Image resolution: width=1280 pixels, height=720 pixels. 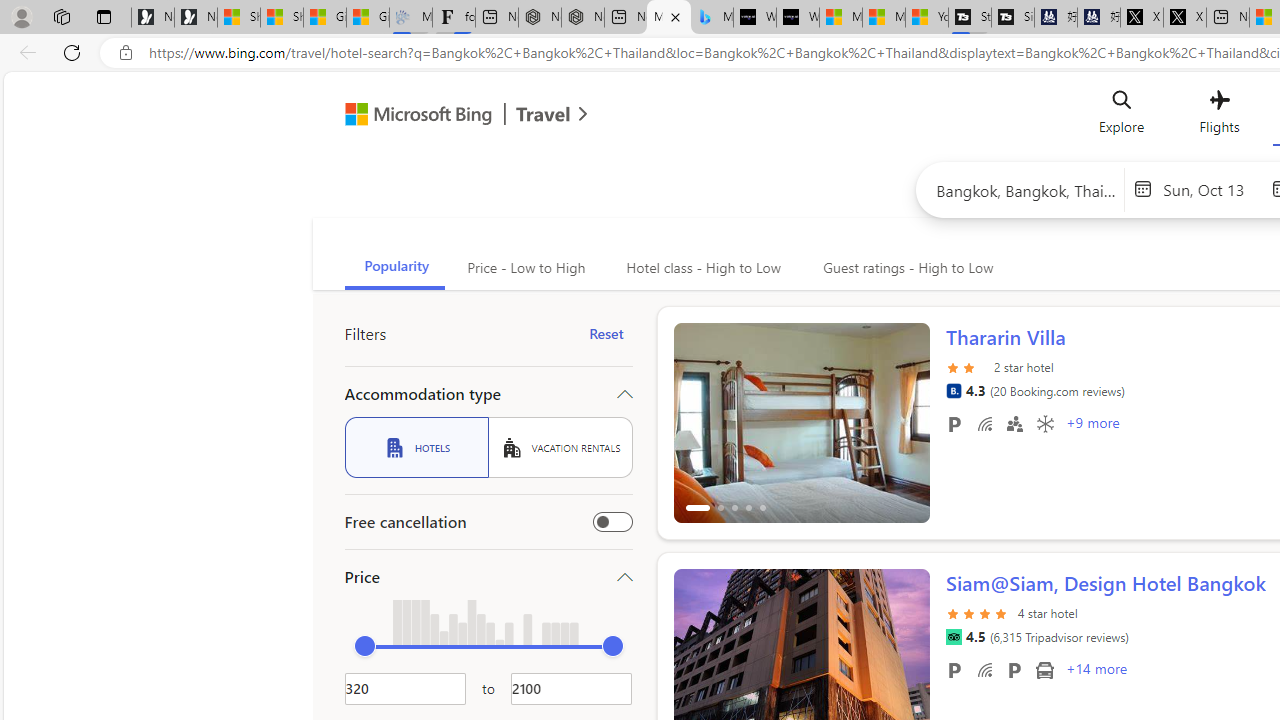 What do you see at coordinates (1094, 671) in the screenshot?
I see `'+14 More Amenities'` at bounding box center [1094, 671].